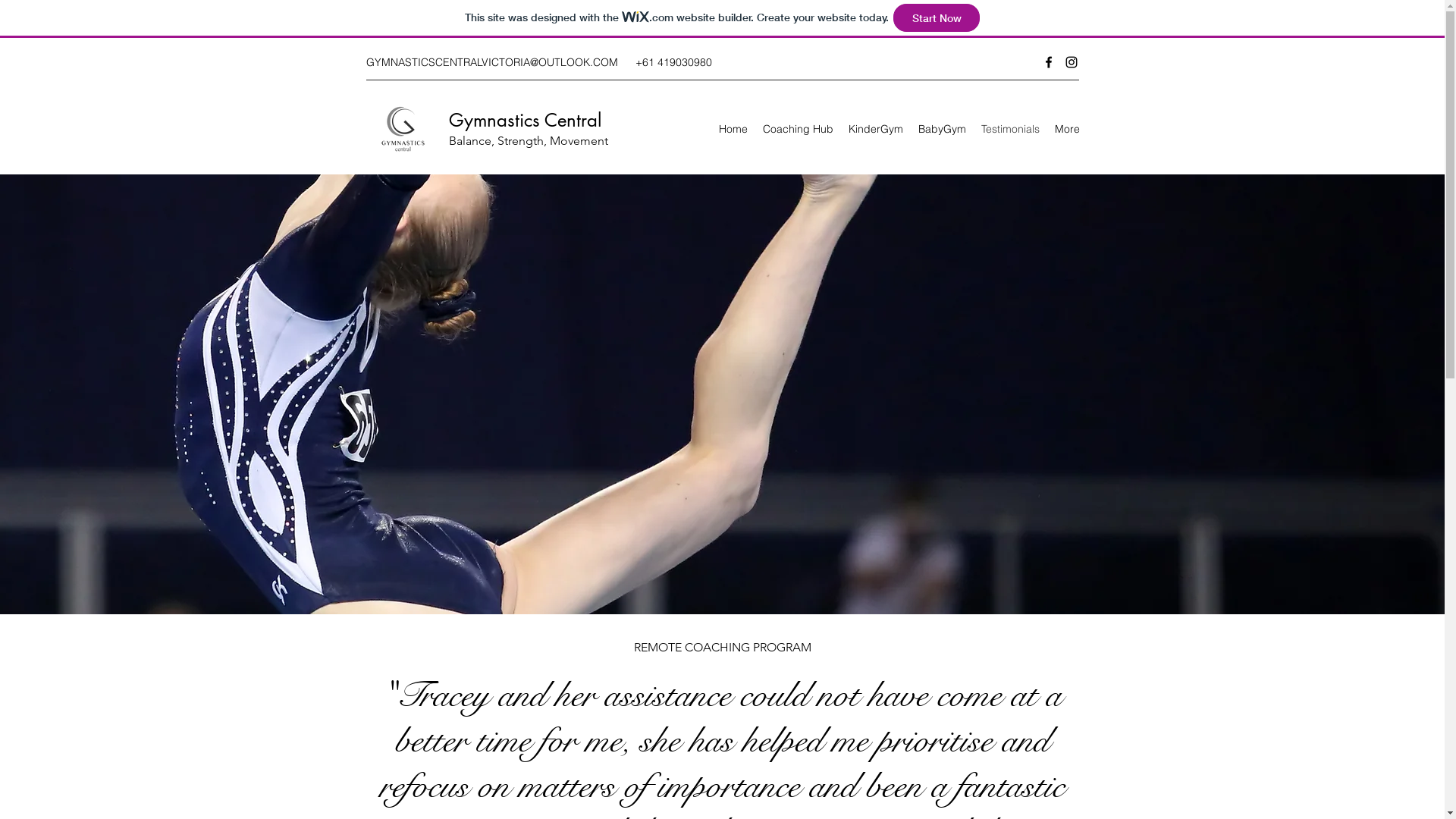 Image resolution: width=1456 pixels, height=819 pixels. What do you see at coordinates (910, 127) in the screenshot?
I see `'BabyGym'` at bounding box center [910, 127].